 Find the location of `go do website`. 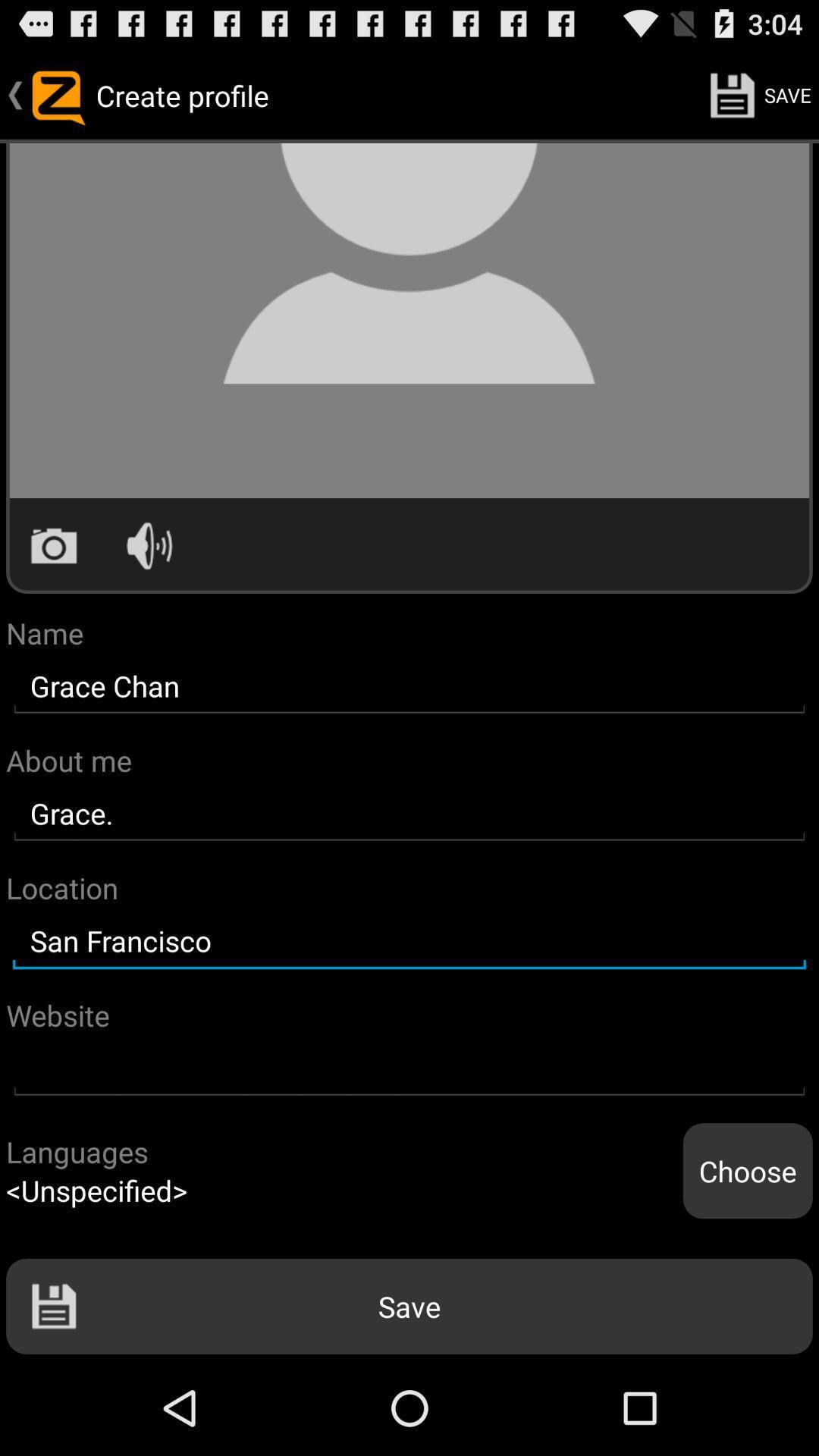

go do website is located at coordinates (409, 1068).